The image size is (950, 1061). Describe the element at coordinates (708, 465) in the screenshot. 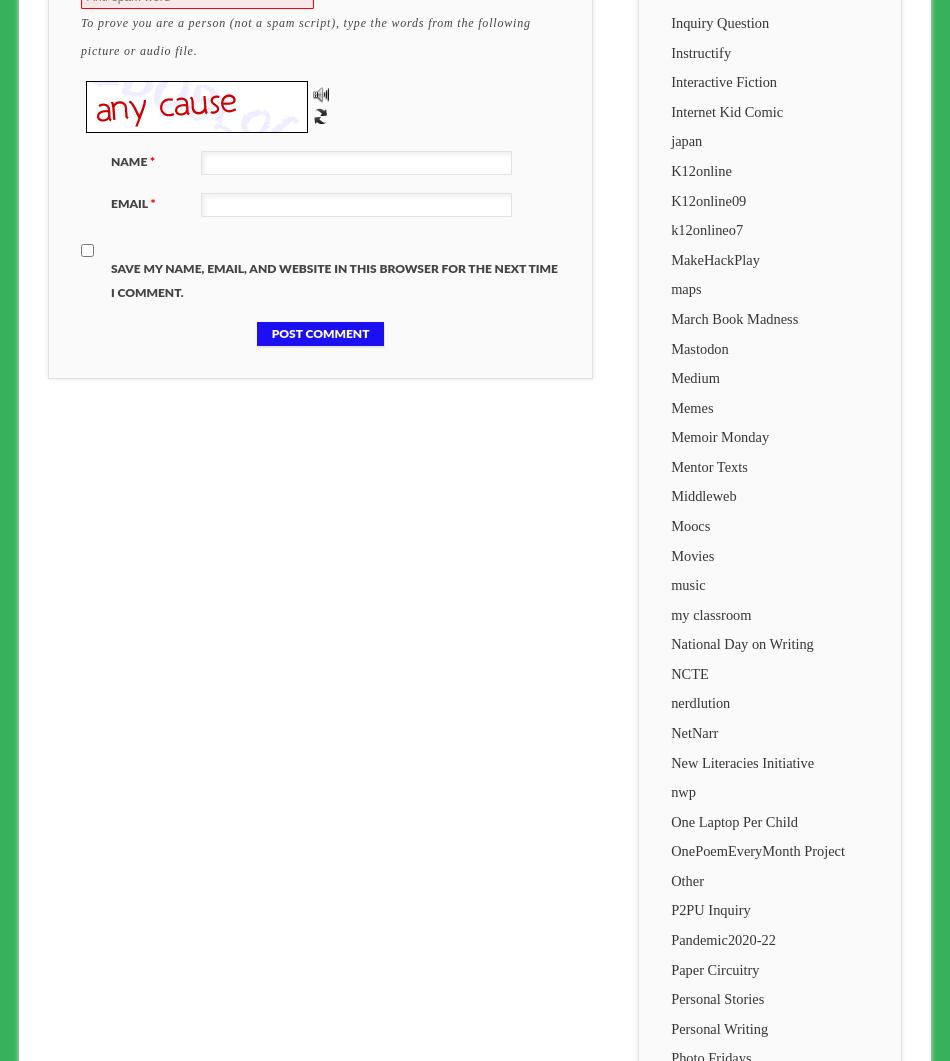

I see `'Mentor Texts'` at that location.